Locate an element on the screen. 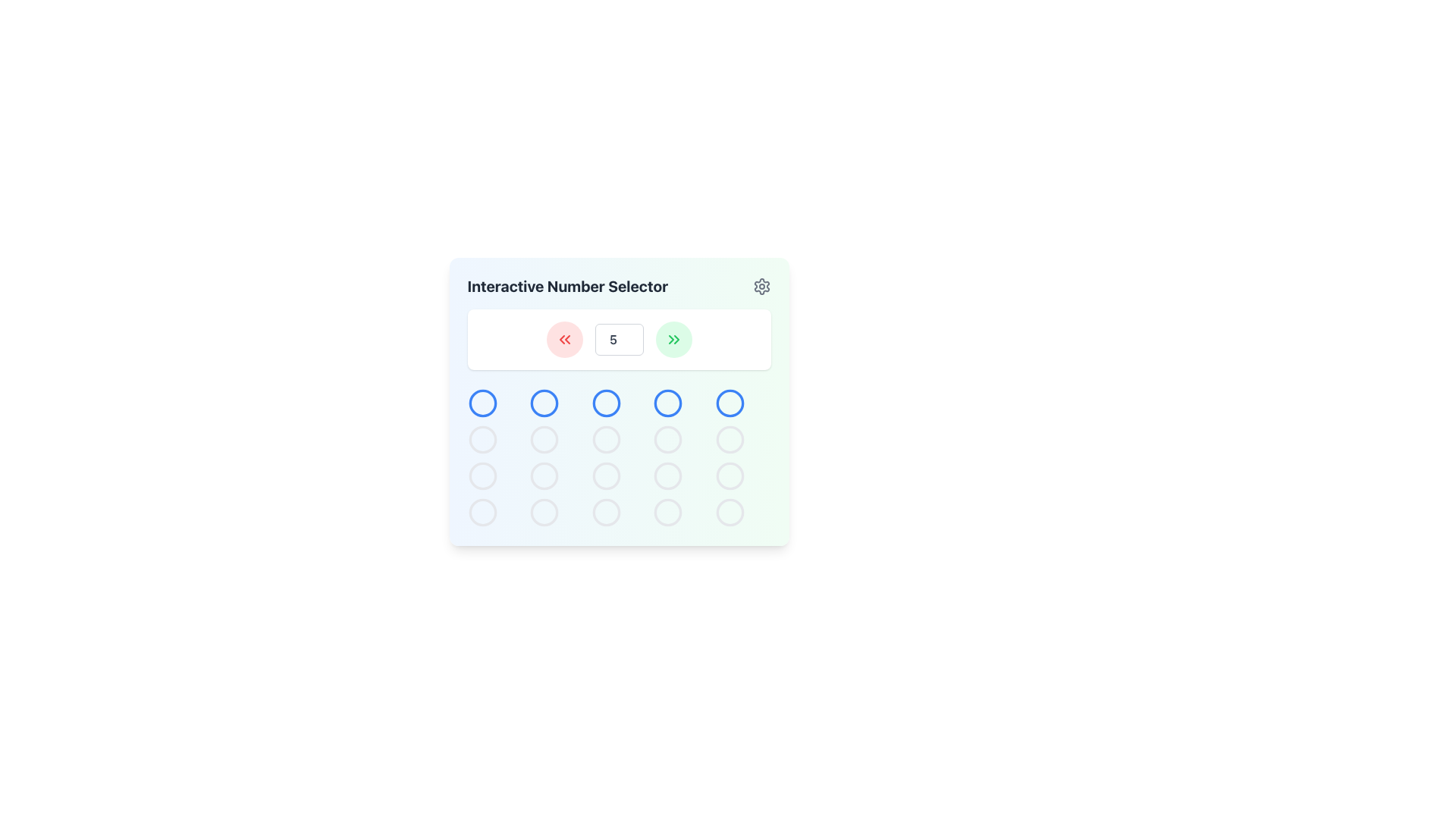  the Circle element located in the second row, third column of the 4x4 grid in the 'Interactive Number Selector' section is located at coordinates (605, 439).